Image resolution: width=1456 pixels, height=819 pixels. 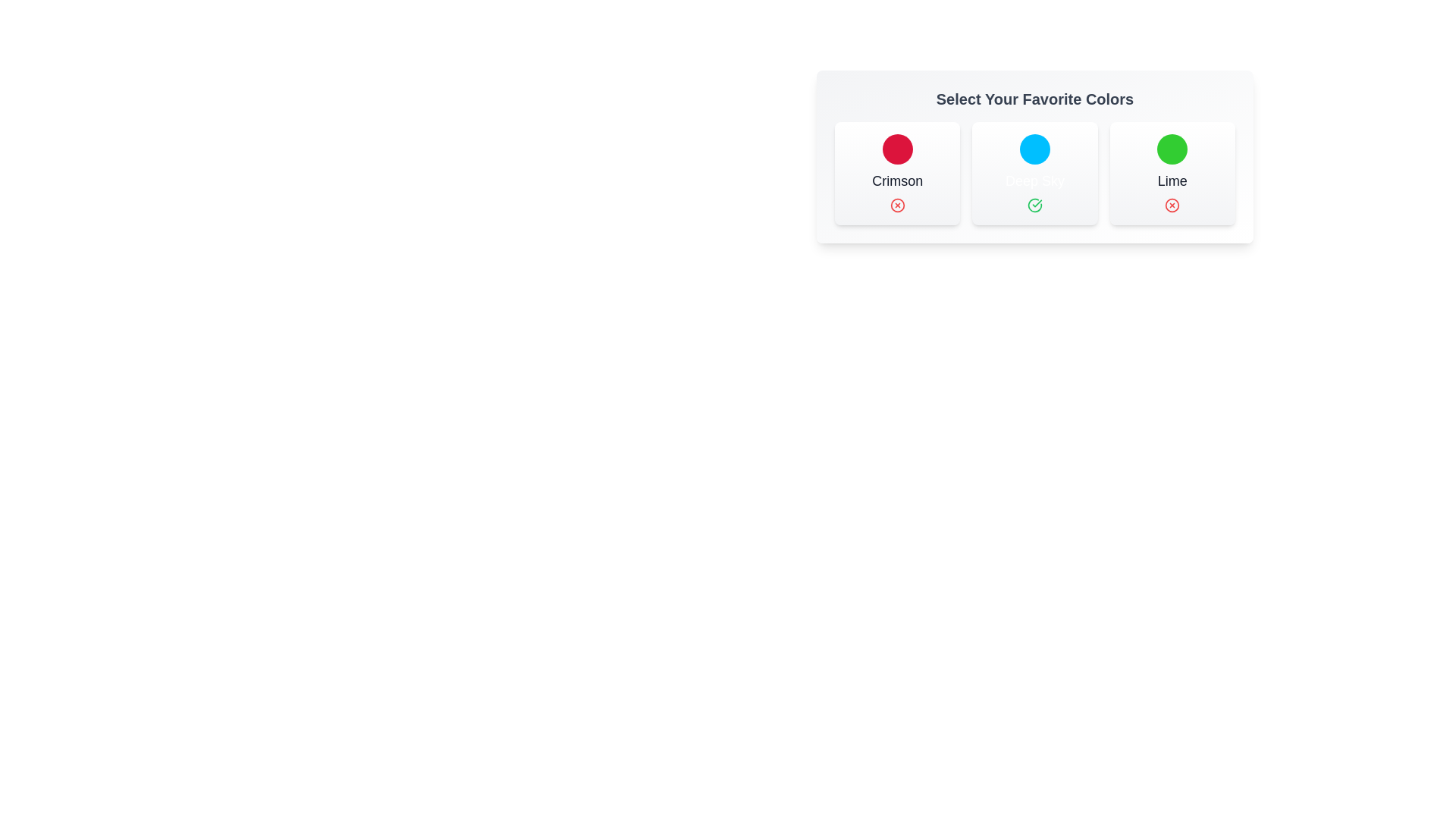 What do you see at coordinates (1171, 172) in the screenshot?
I see `the chip corresponding to Lime` at bounding box center [1171, 172].